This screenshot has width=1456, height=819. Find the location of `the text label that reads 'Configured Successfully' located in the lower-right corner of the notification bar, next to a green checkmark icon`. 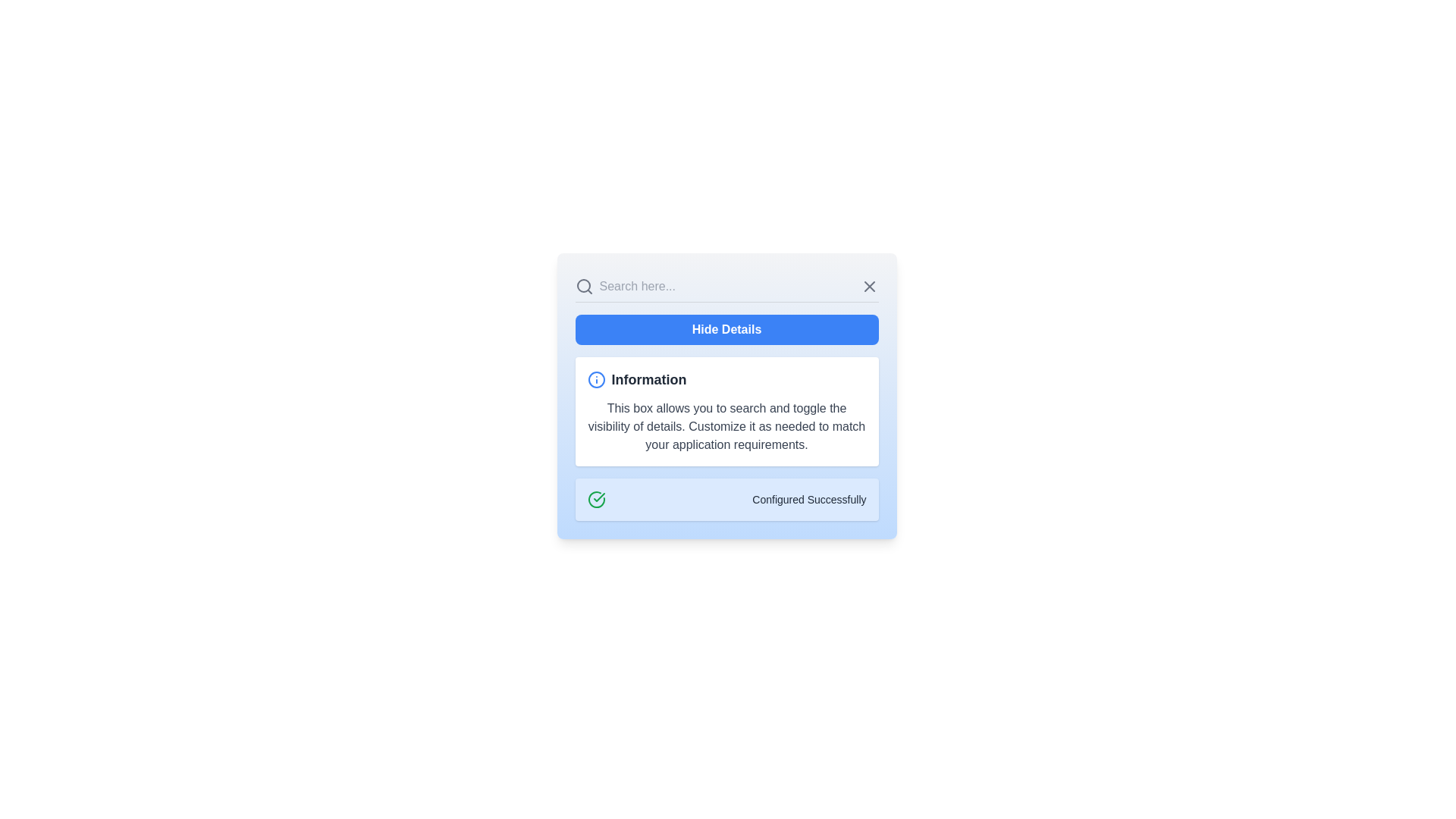

the text label that reads 'Configured Successfully' located in the lower-right corner of the notification bar, next to a green checkmark icon is located at coordinates (808, 500).